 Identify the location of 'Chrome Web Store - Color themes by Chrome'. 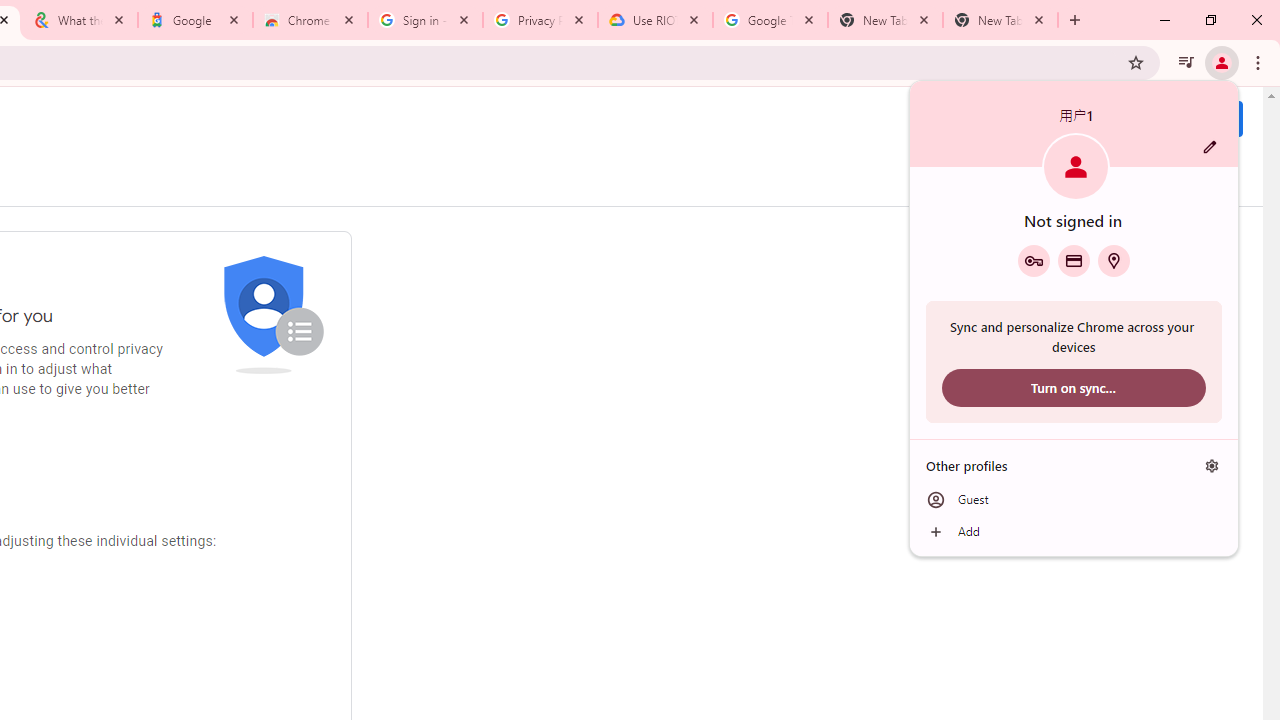
(310, 20).